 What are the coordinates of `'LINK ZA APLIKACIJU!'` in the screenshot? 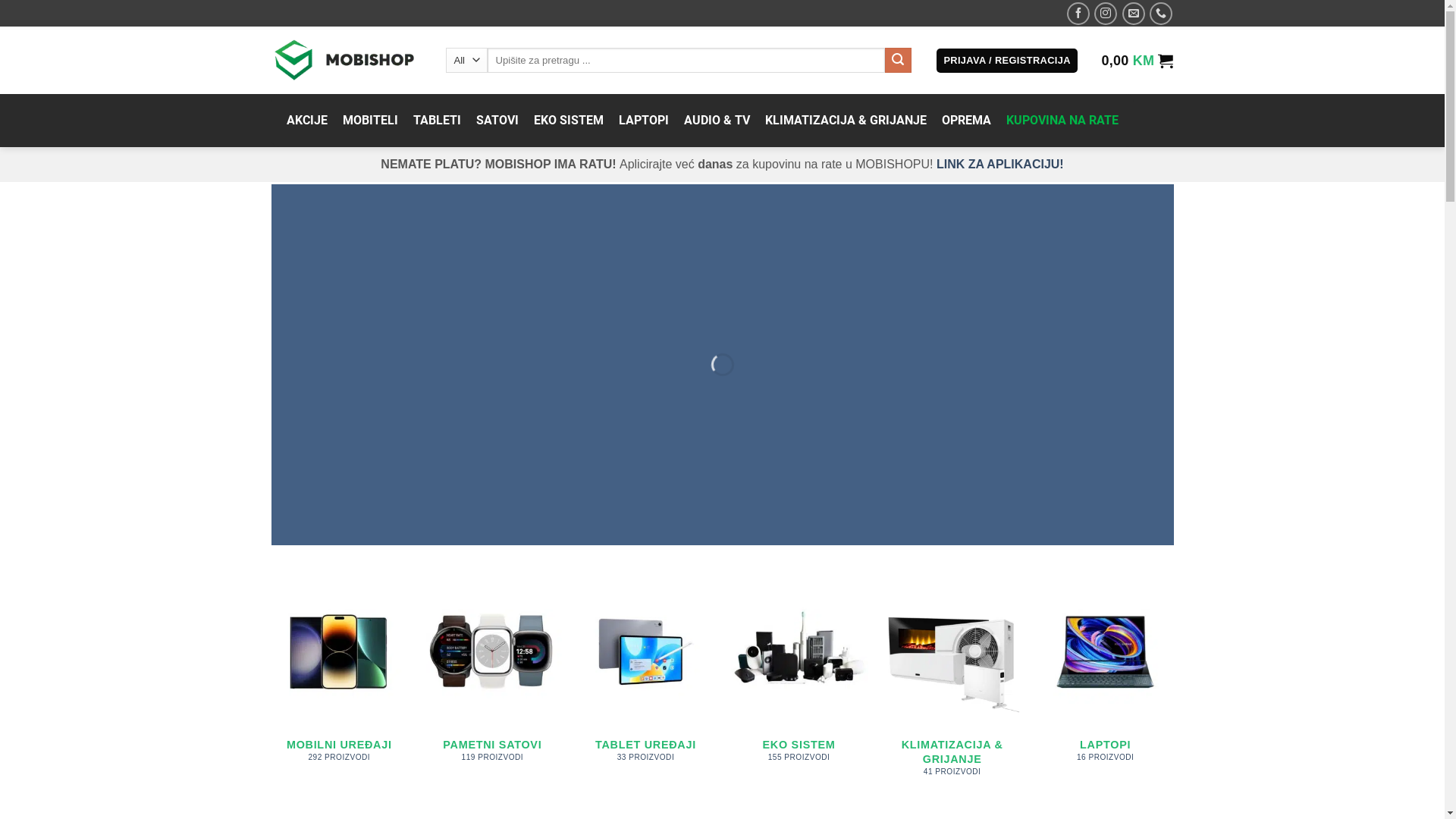 It's located at (1000, 164).